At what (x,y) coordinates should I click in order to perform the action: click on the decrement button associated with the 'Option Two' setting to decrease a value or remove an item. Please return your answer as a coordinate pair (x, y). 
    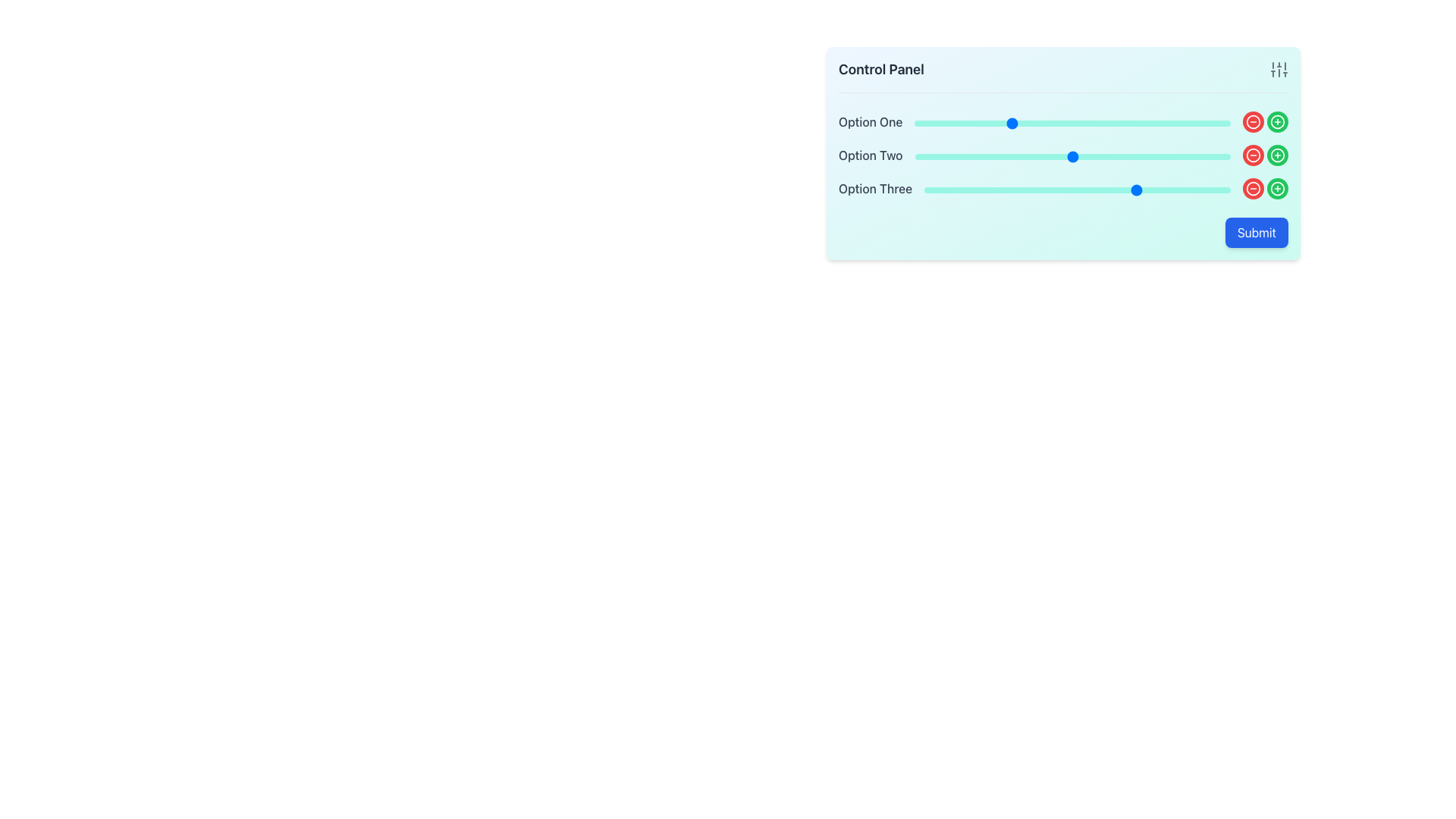
    Looking at the image, I should click on (1253, 155).